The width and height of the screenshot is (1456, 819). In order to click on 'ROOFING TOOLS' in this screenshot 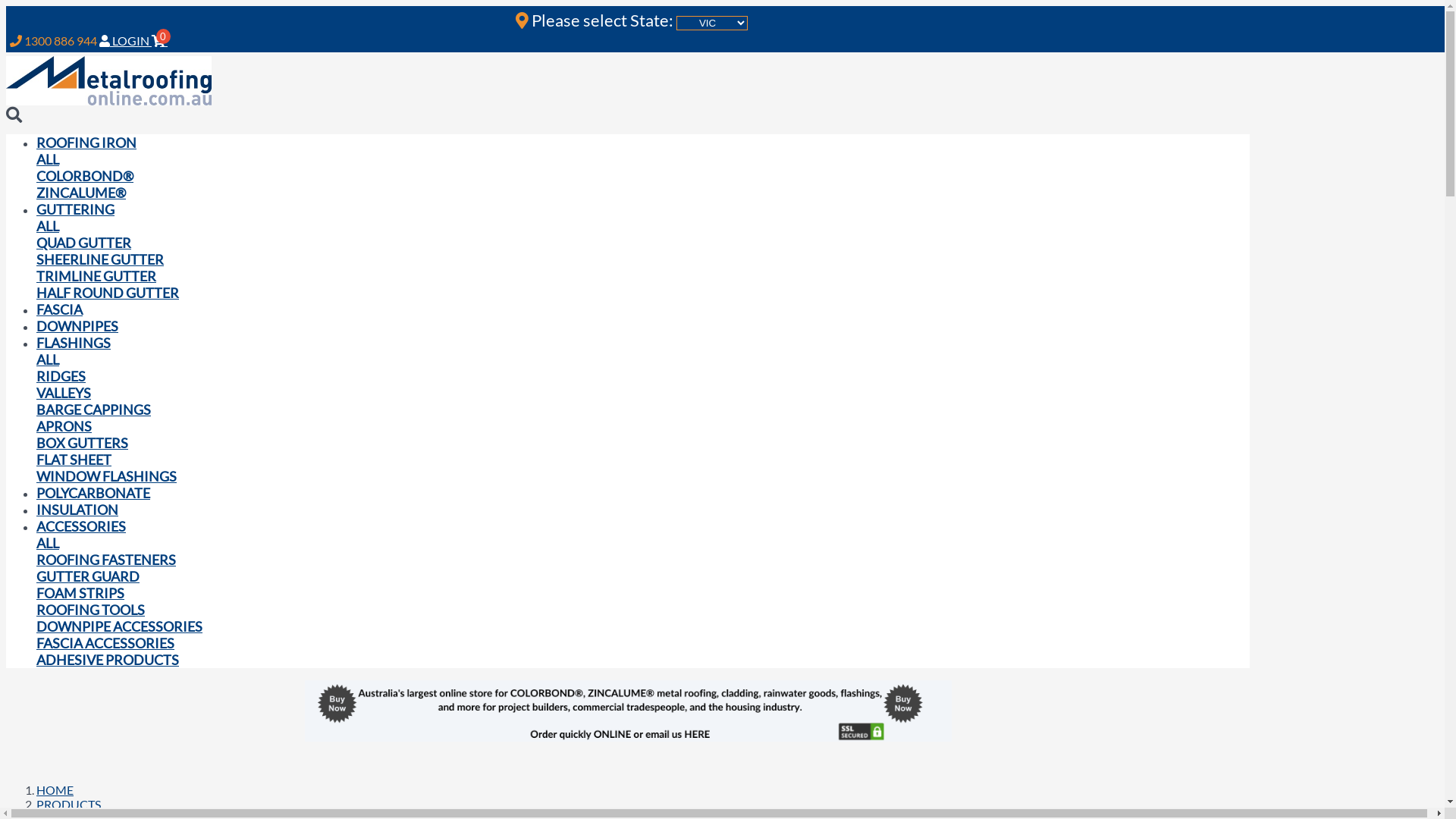, I will do `click(89, 608)`.